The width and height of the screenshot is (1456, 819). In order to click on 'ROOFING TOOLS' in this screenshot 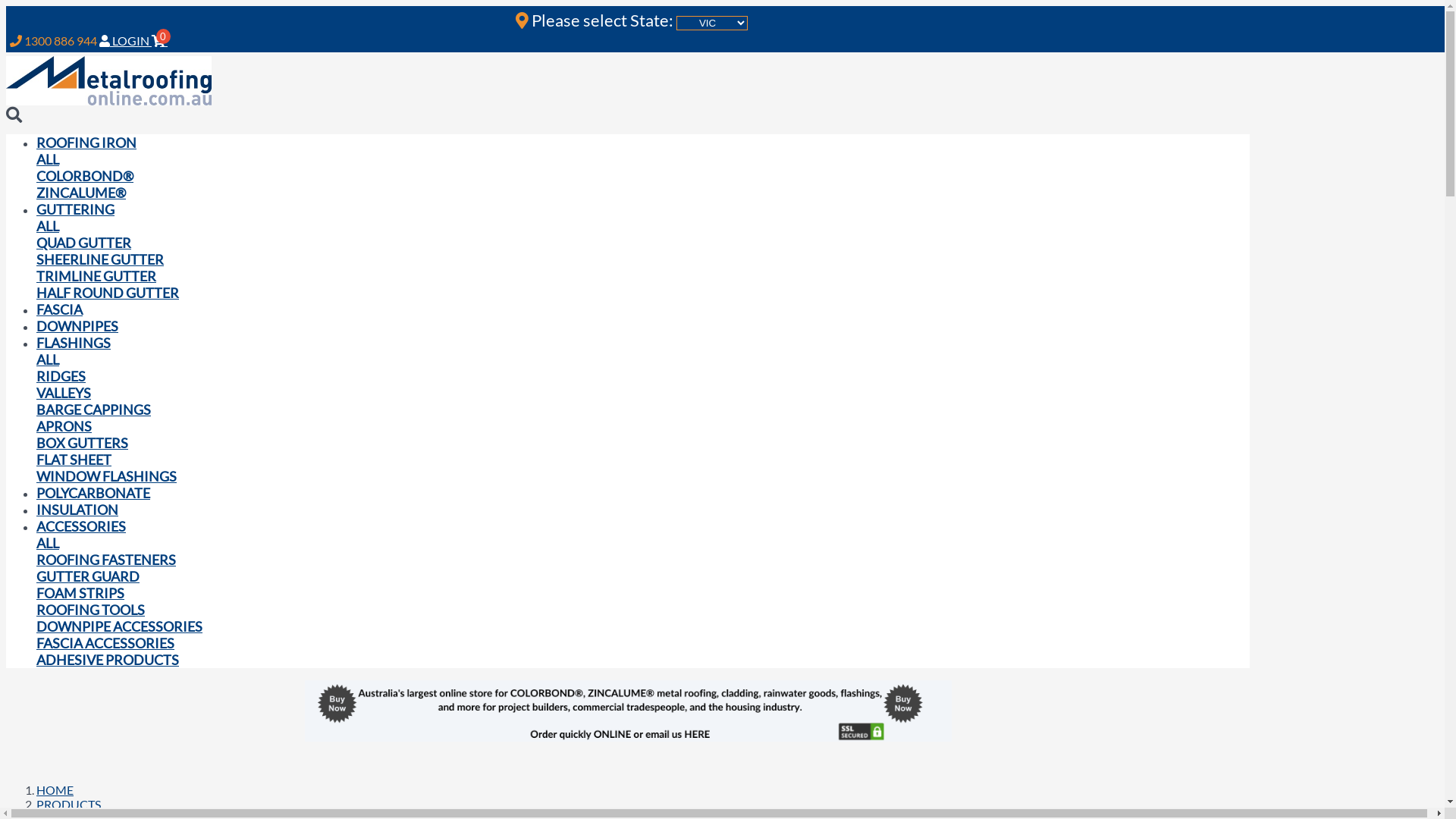, I will do `click(89, 608)`.